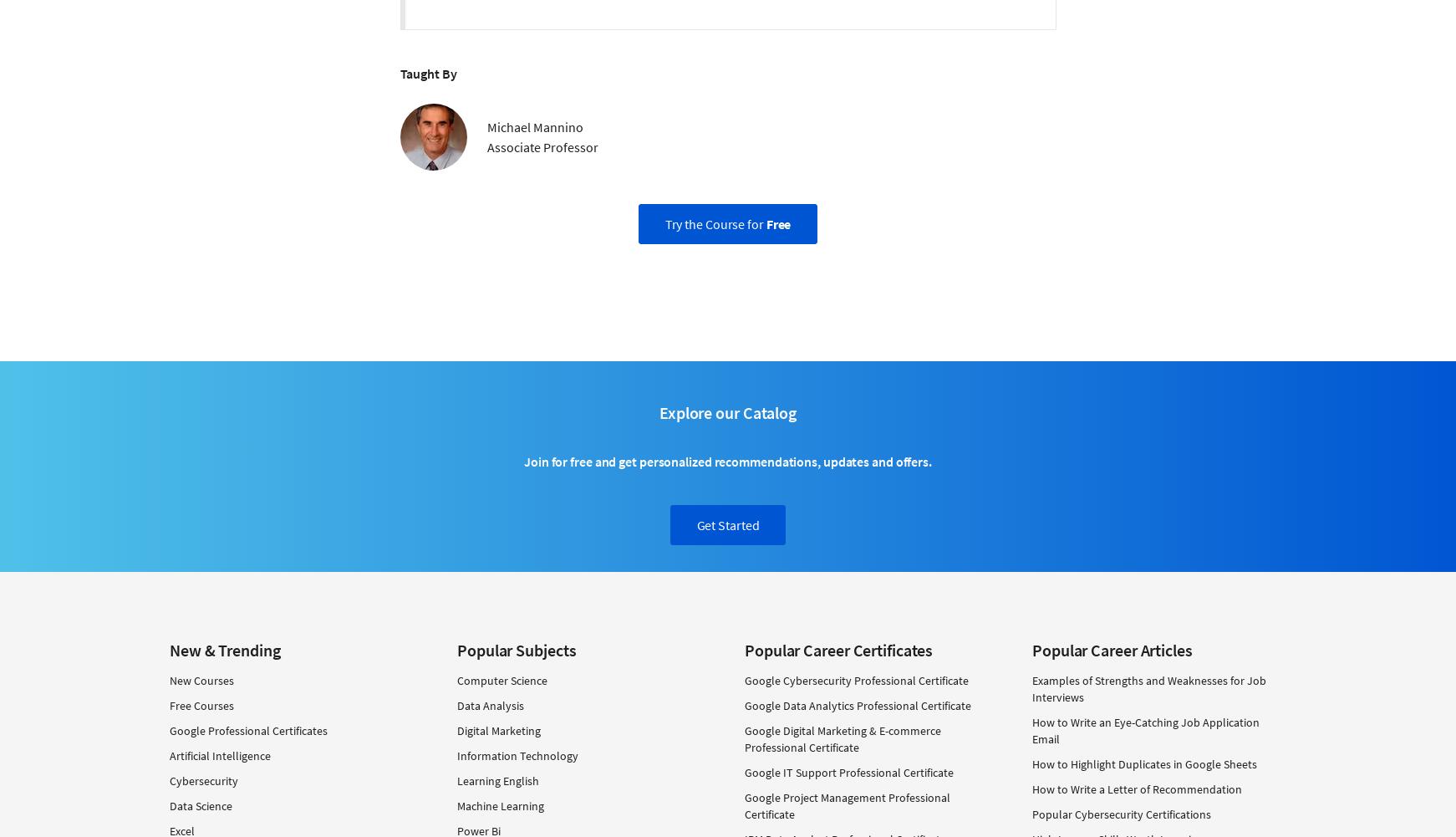  I want to click on 'Google Digital Marketing & E-commerce Professional Certificate', so click(842, 738).